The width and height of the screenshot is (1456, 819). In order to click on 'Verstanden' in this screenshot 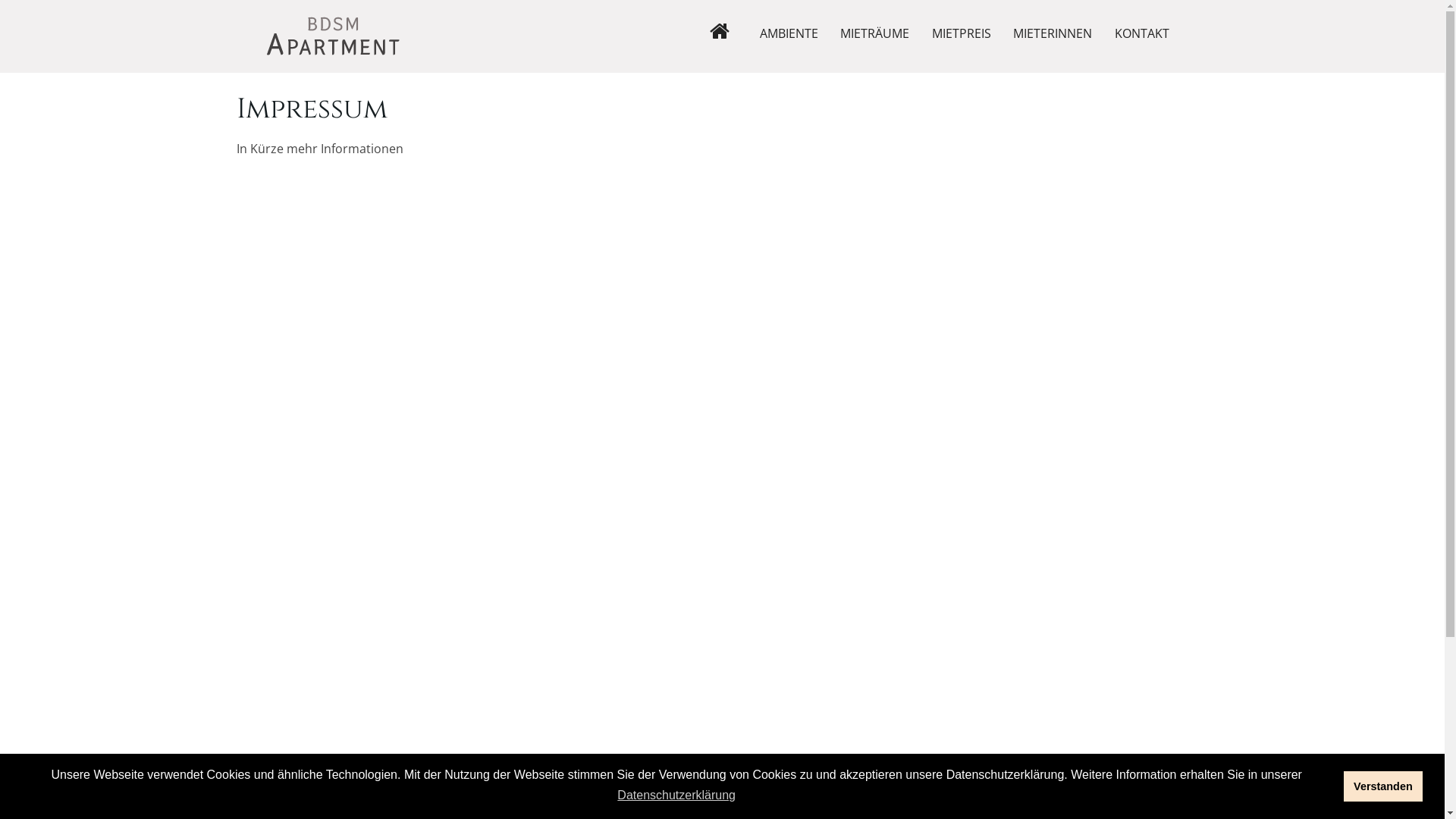, I will do `click(1343, 786)`.